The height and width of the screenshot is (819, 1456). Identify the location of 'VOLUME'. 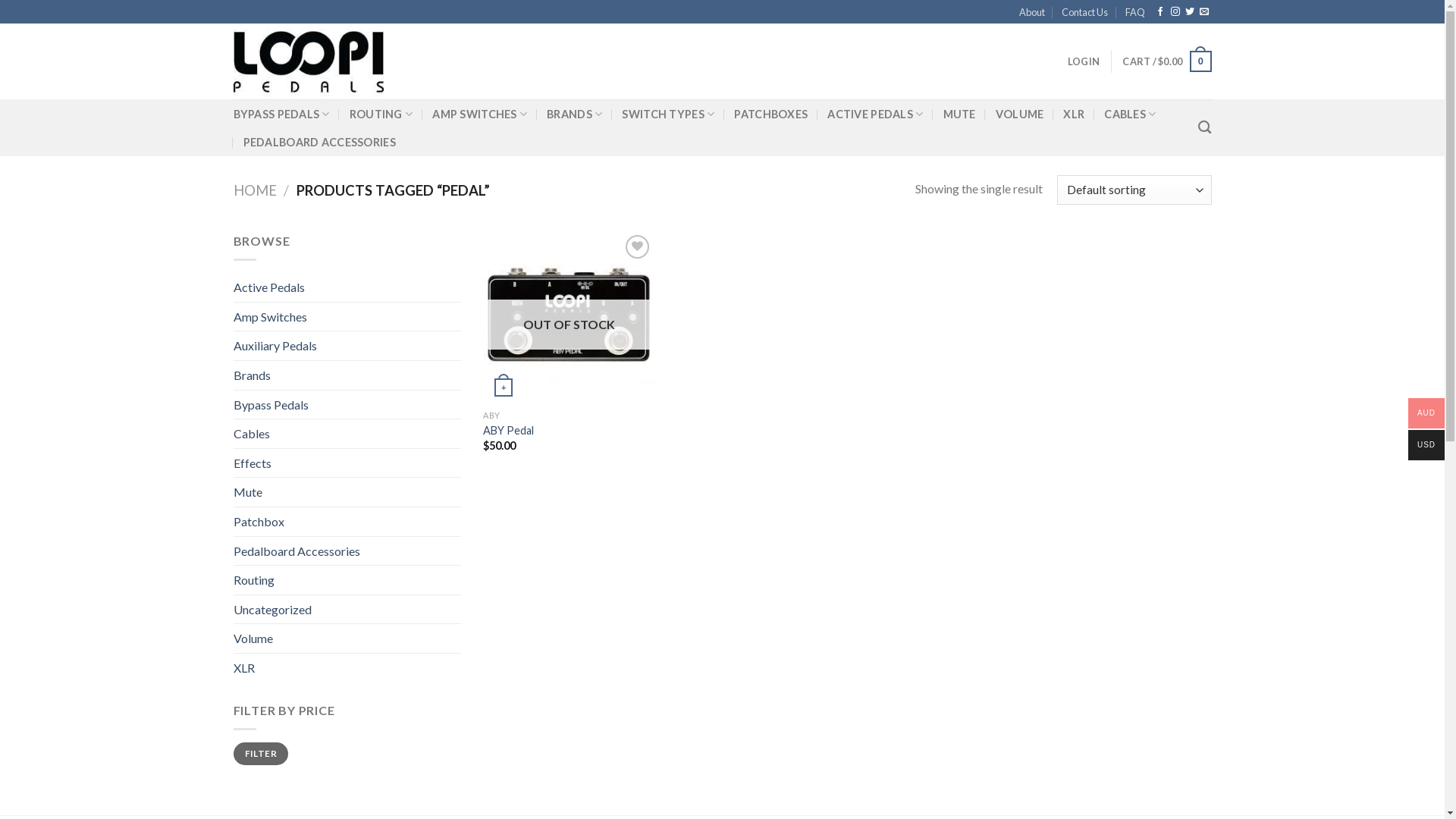
(1019, 113).